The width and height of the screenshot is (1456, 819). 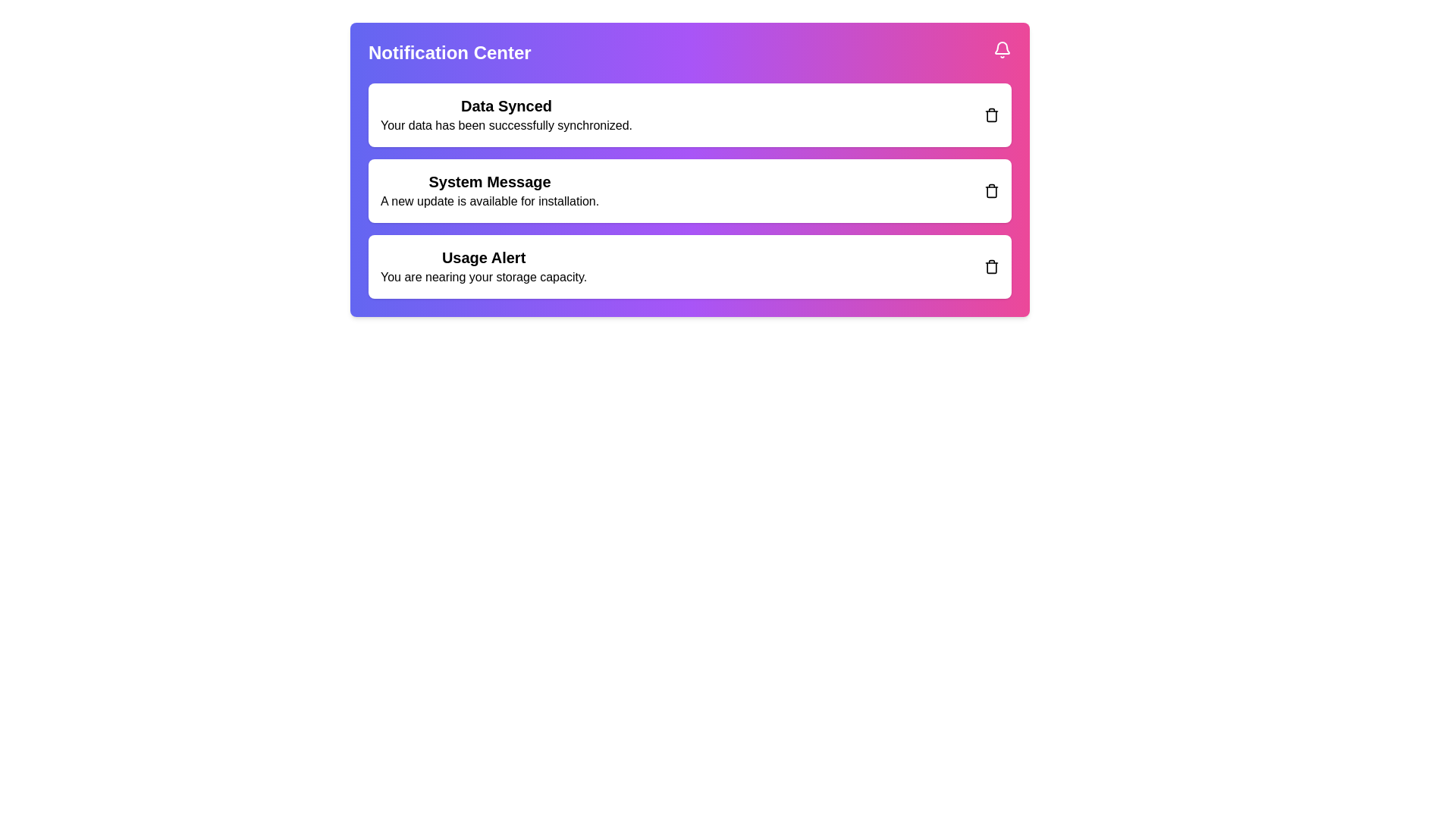 What do you see at coordinates (490, 201) in the screenshot?
I see `the supplementary information Static Text located below the 'System Message' heading in the notification card within the 'Notification Center' panel` at bounding box center [490, 201].